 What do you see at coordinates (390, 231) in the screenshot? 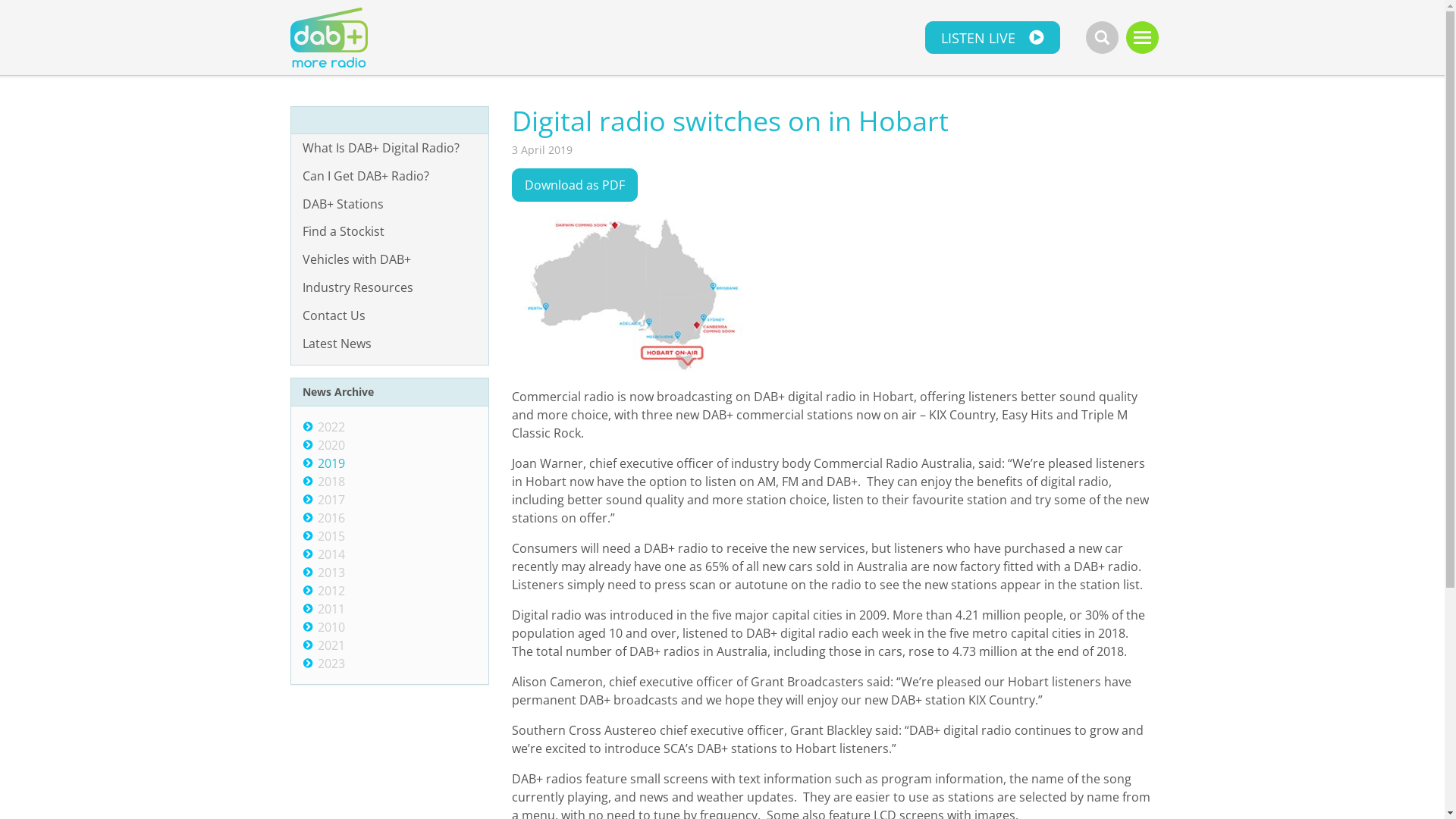
I see `'Find a Stockist'` at bounding box center [390, 231].